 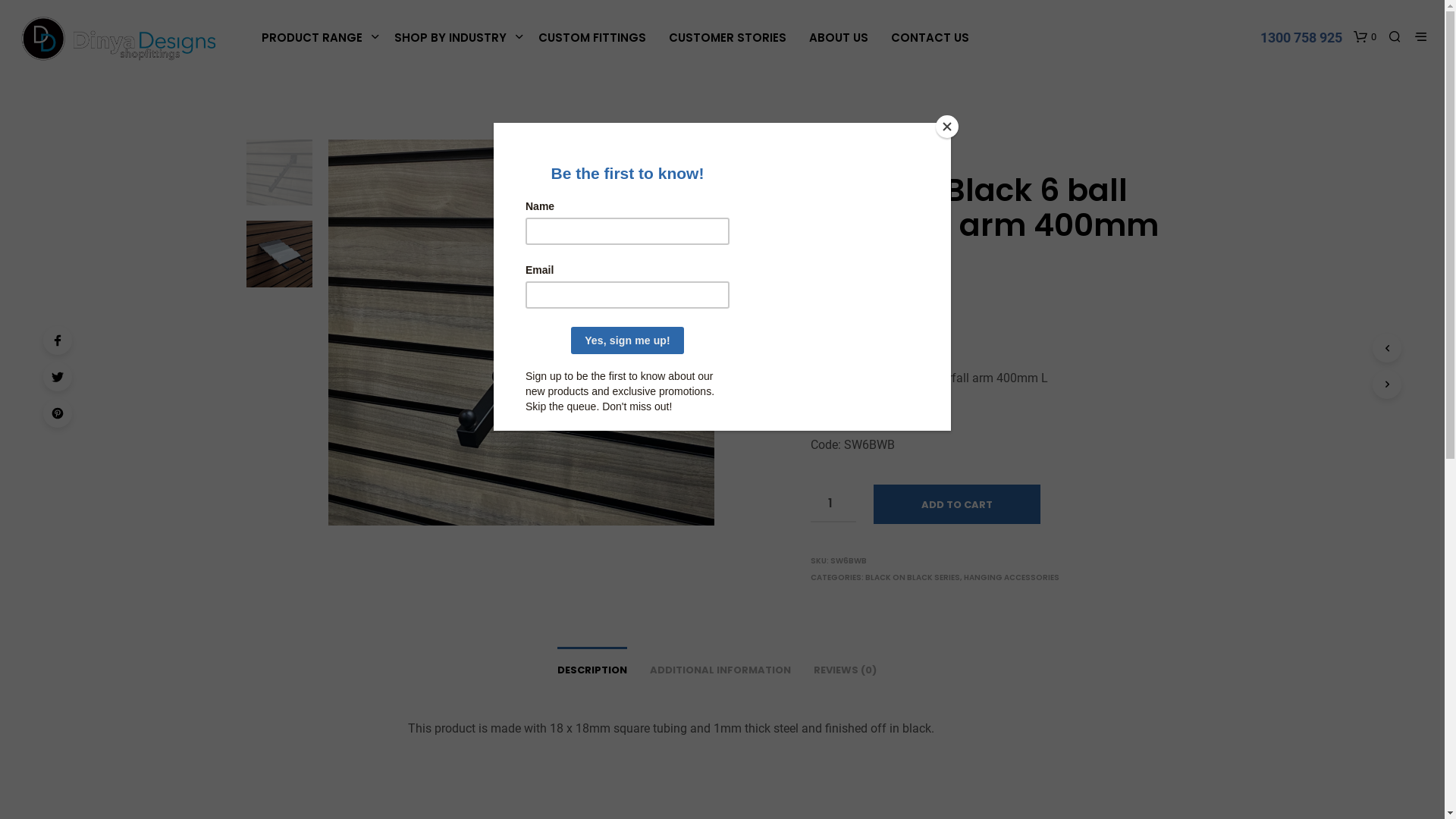 What do you see at coordinates (1301, 36) in the screenshot?
I see `'1300 758 925'` at bounding box center [1301, 36].